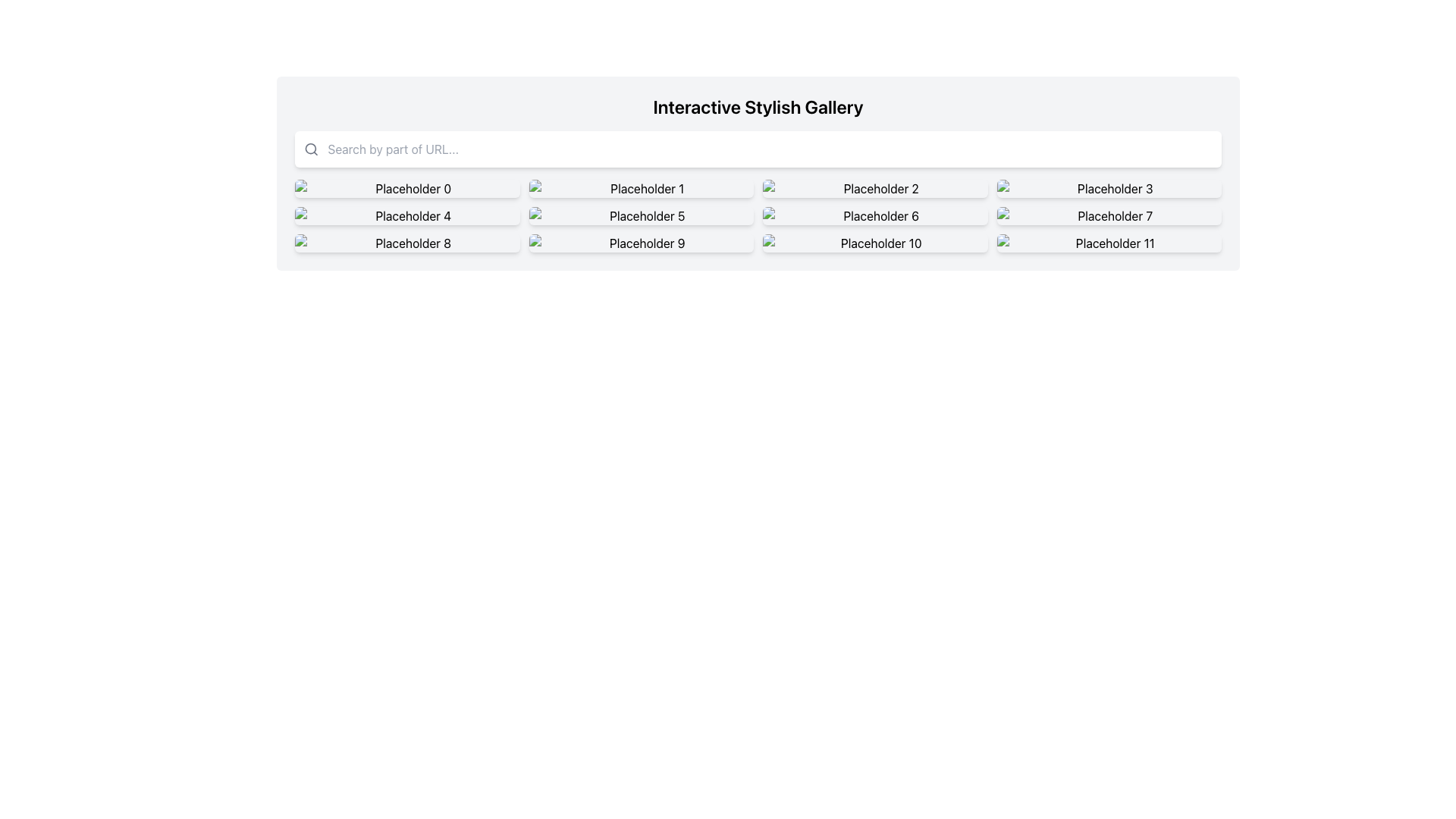 The height and width of the screenshot is (819, 1456). I want to click on the selectable gallery item located in the bottom row, third cell of a four-column grid, so click(875, 242).